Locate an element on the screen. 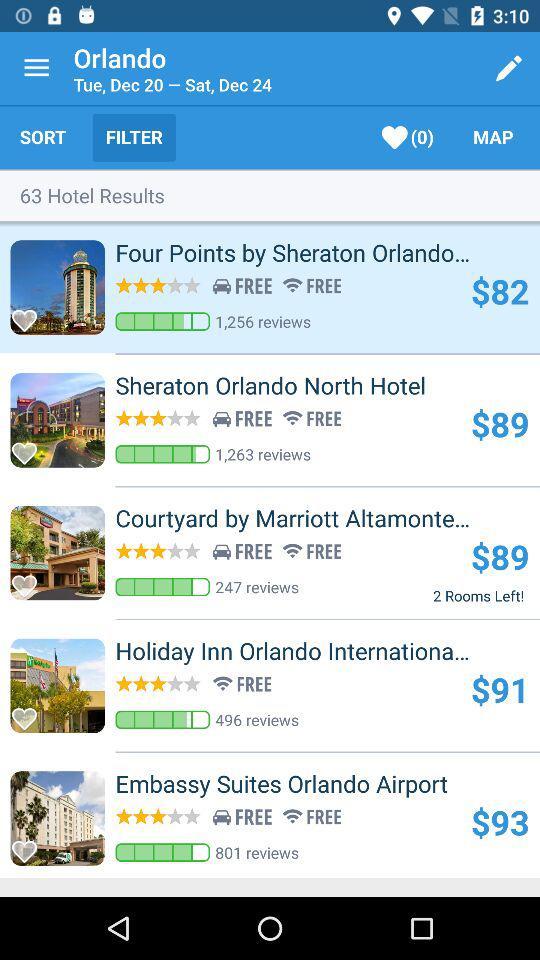 Image resolution: width=540 pixels, height=960 pixels. $91 item is located at coordinates (499, 689).